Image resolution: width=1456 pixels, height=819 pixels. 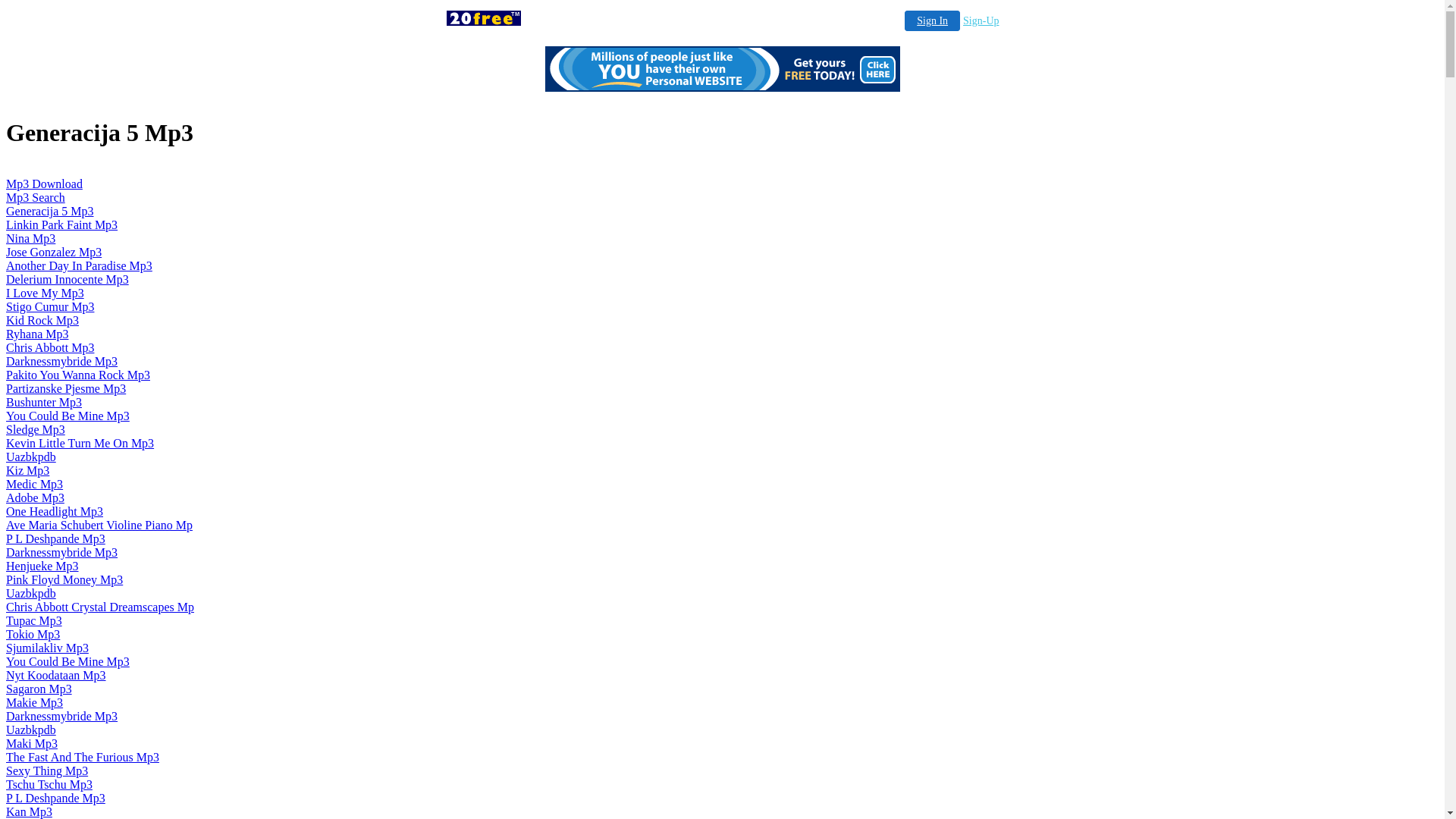 I want to click on 'Chris Abbott Crystal Dreamscapes Mp', so click(x=99, y=606).